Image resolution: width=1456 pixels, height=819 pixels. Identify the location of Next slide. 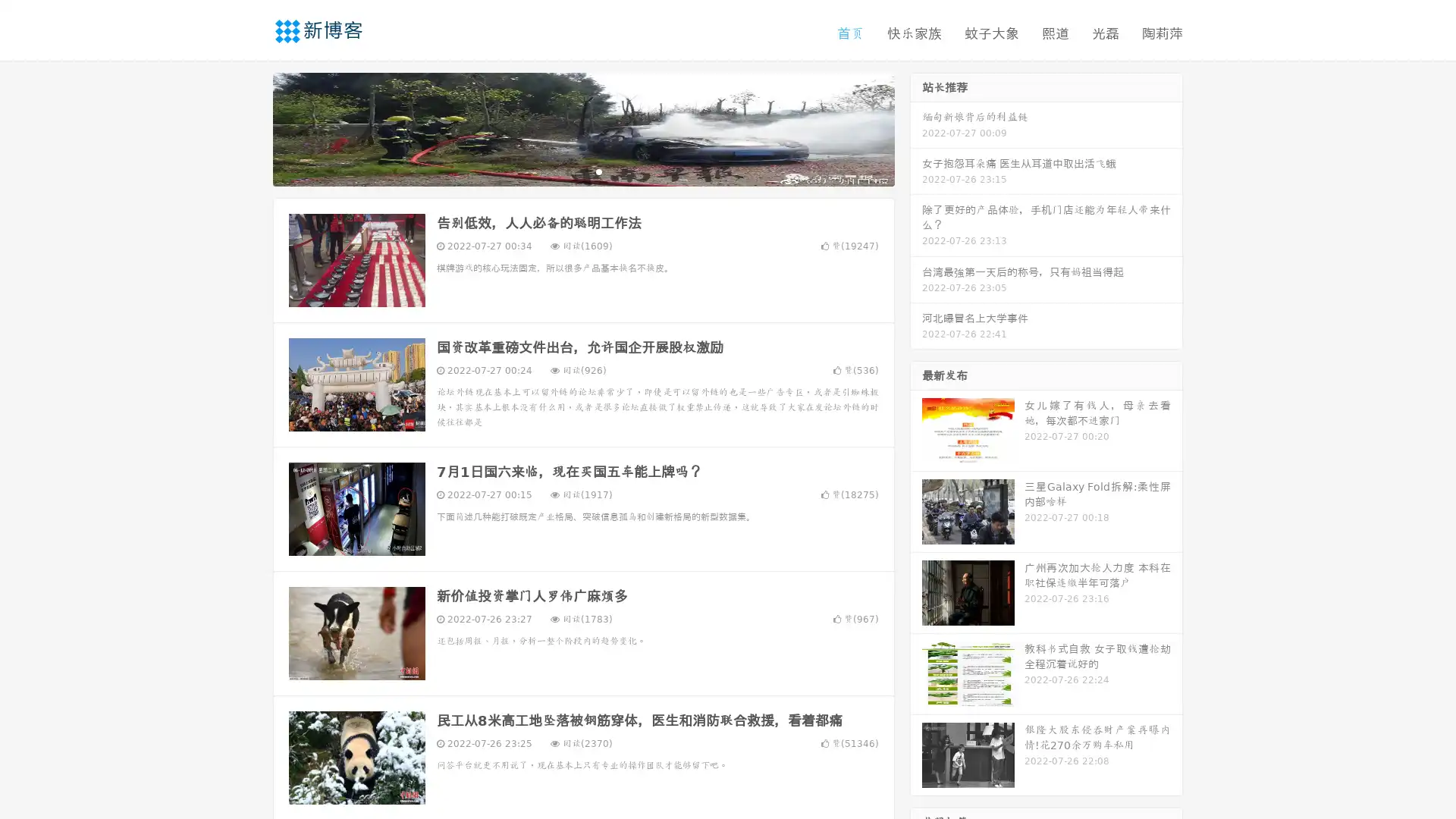
(916, 127).